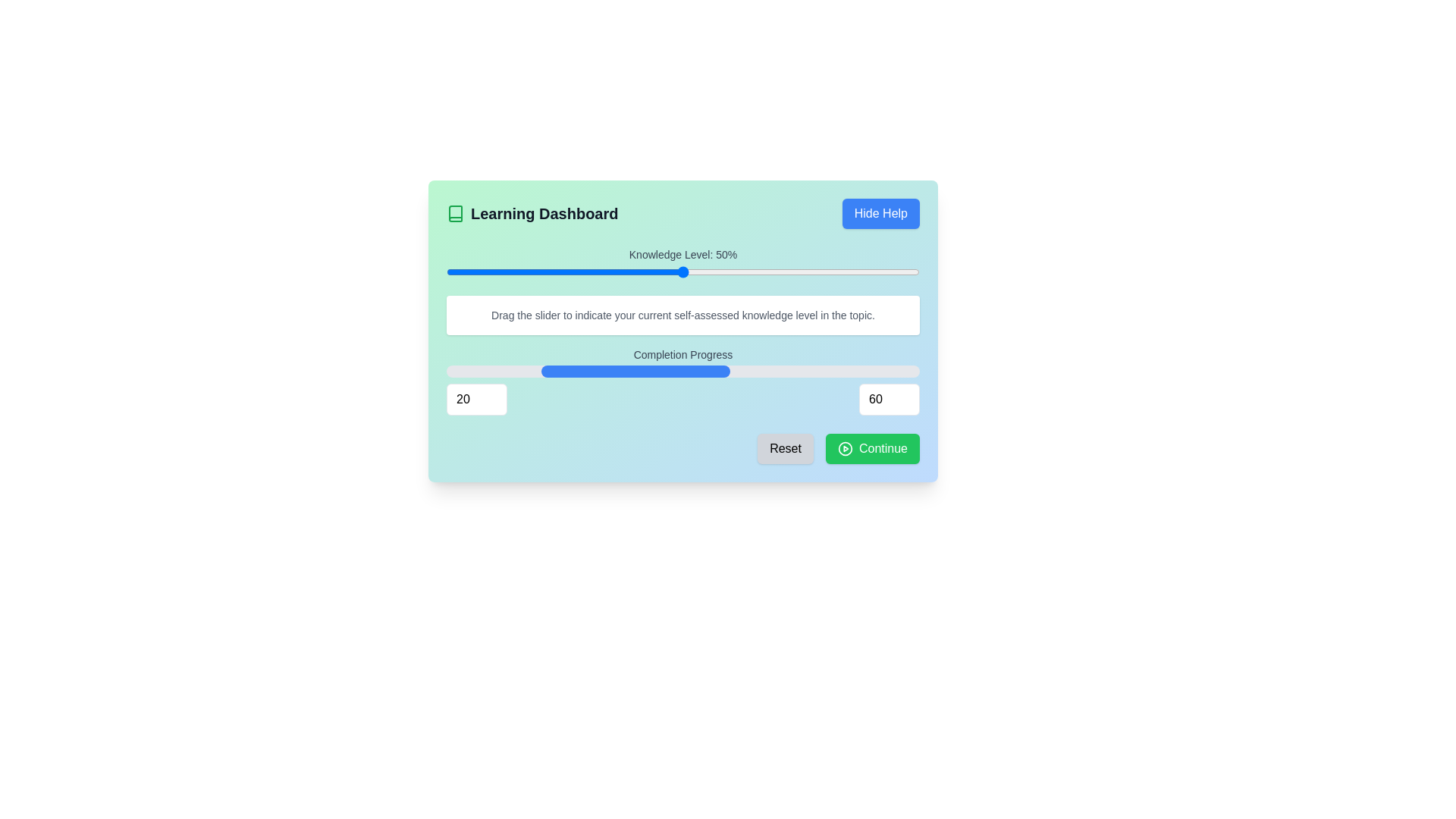 The image size is (1456, 819). I want to click on the numeric input field, which is the leftmost input field beneath the 'Completion Progress' progress bar, to interact with it, so click(475, 399).